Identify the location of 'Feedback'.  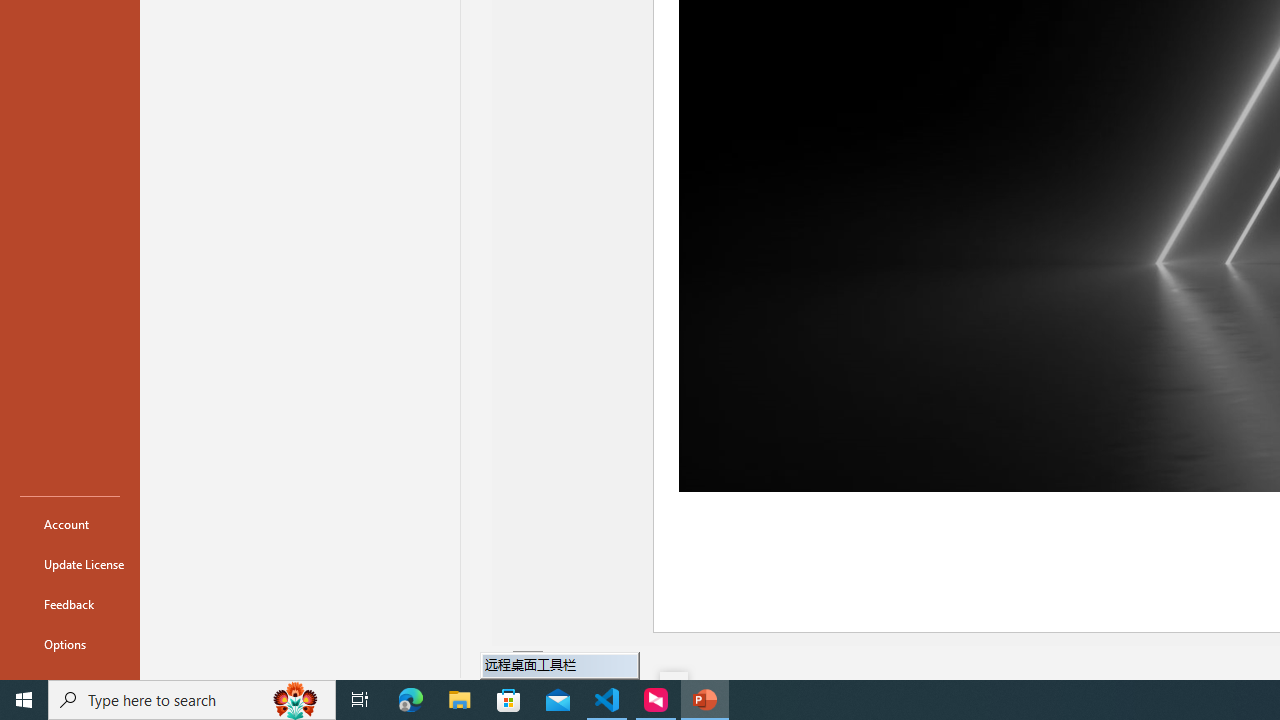
(69, 603).